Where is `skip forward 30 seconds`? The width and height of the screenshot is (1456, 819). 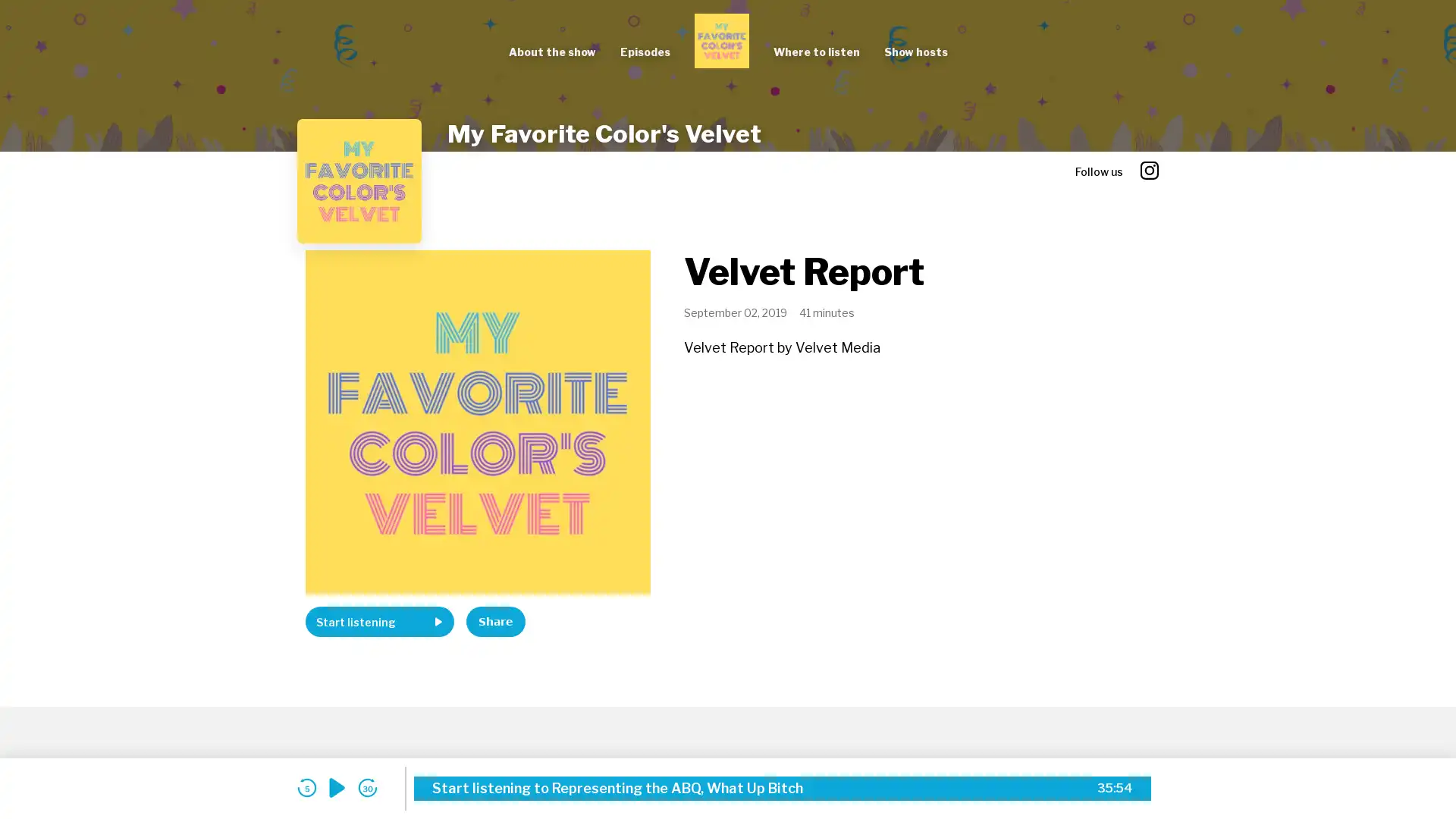
skip forward 30 seconds is located at coordinates (367, 787).